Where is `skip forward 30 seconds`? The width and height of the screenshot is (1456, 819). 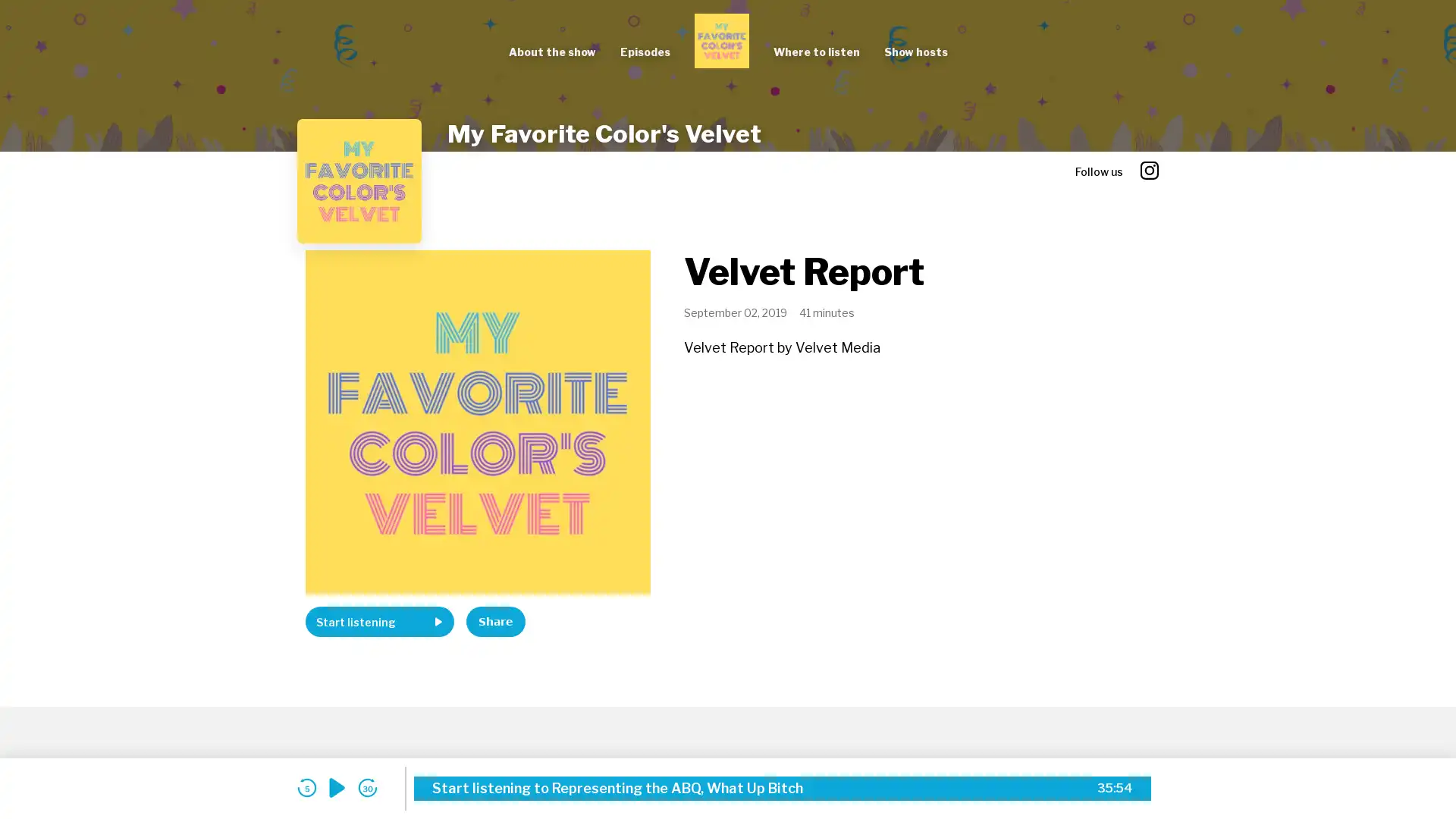
skip forward 30 seconds is located at coordinates (367, 787).